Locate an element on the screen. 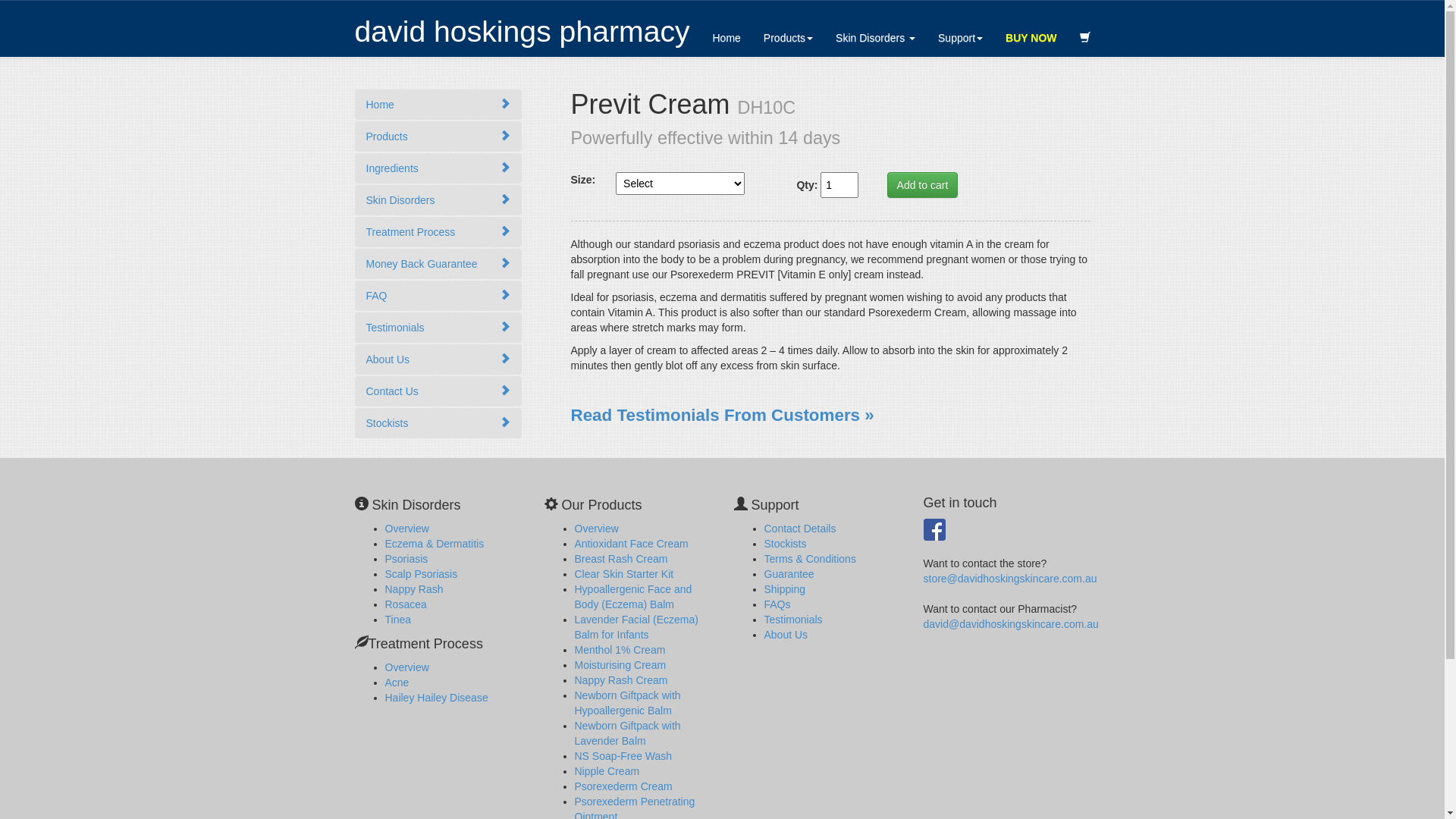  'Lavender Facial (Eczema) Balm for Infants' is located at coordinates (636, 626).